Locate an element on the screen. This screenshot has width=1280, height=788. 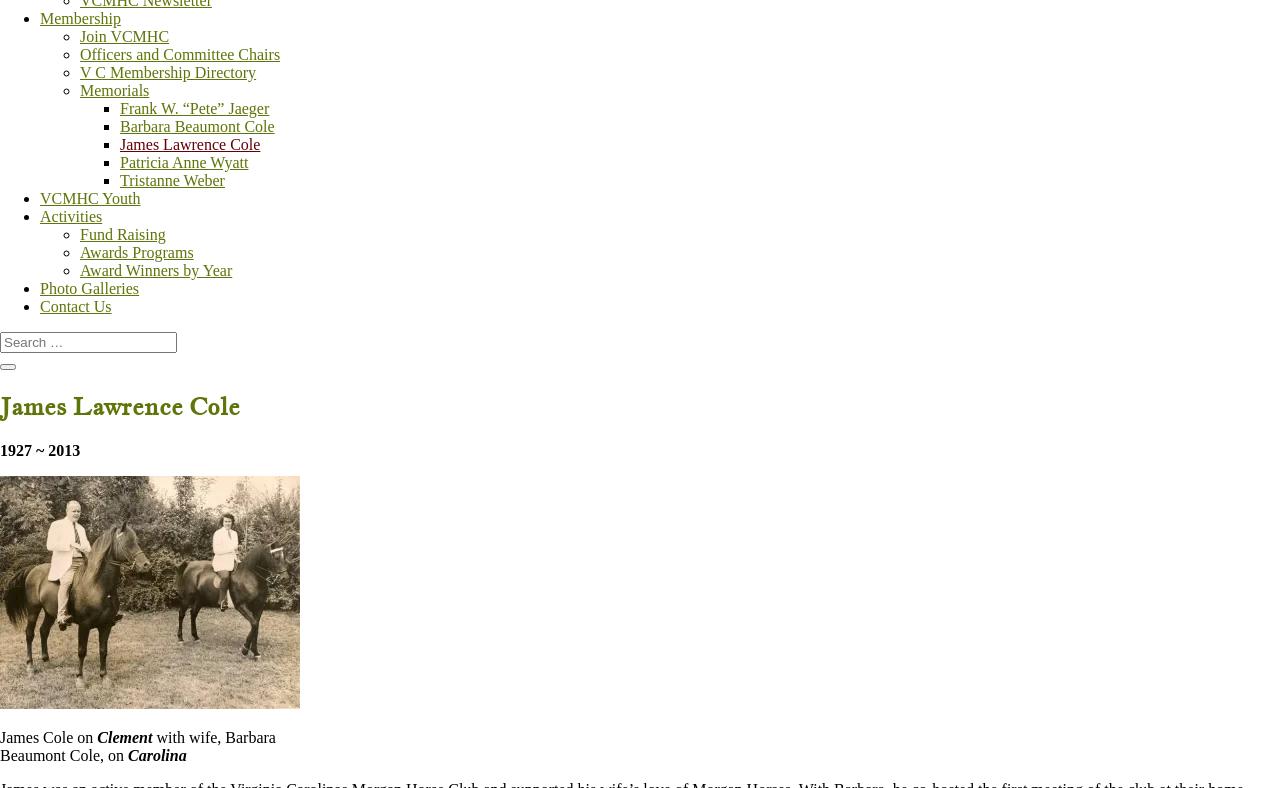
'Clement' is located at coordinates (96, 736).